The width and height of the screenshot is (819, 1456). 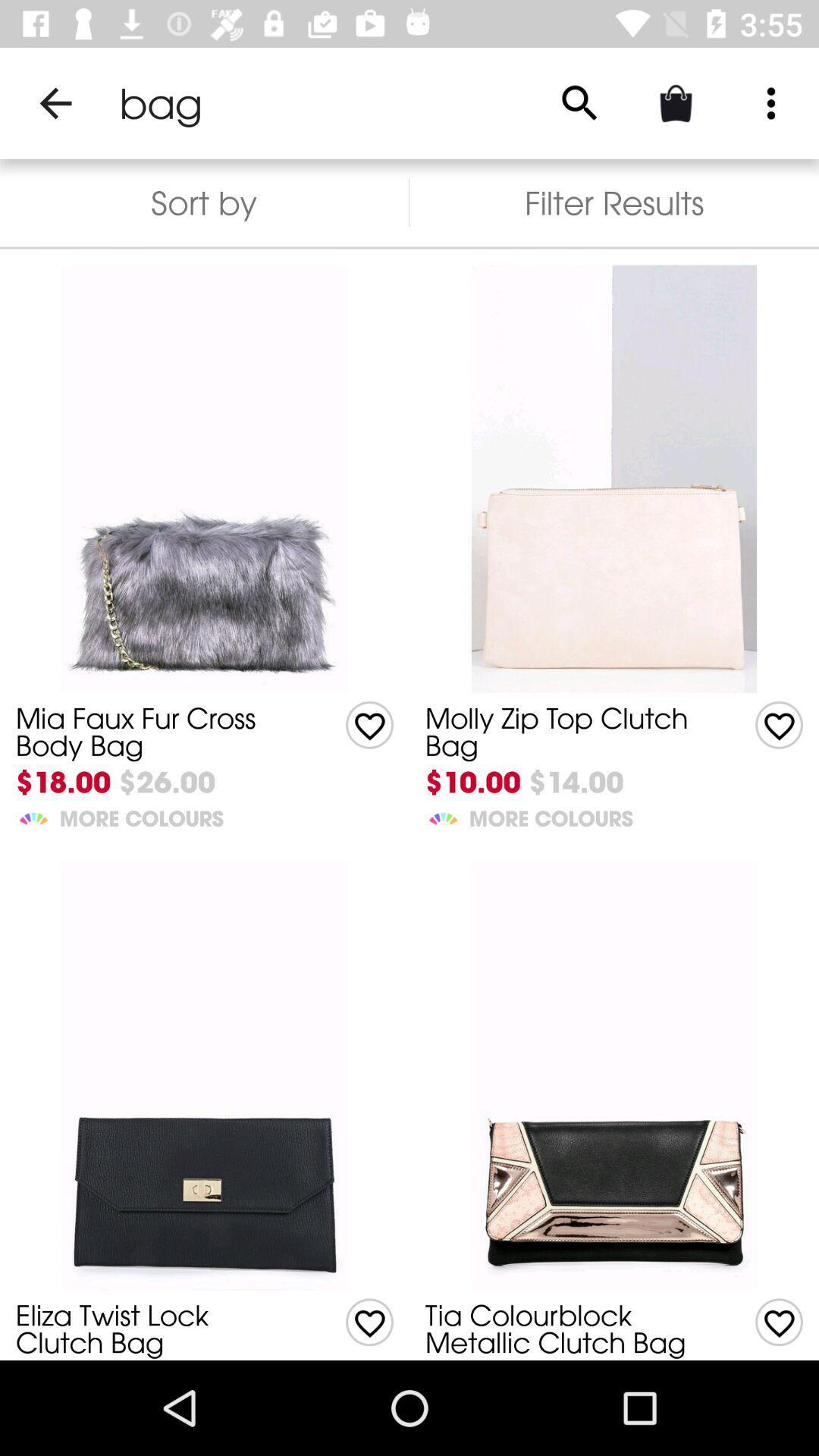 I want to click on the tia colourblock metallic item, so click(x=566, y=1328).